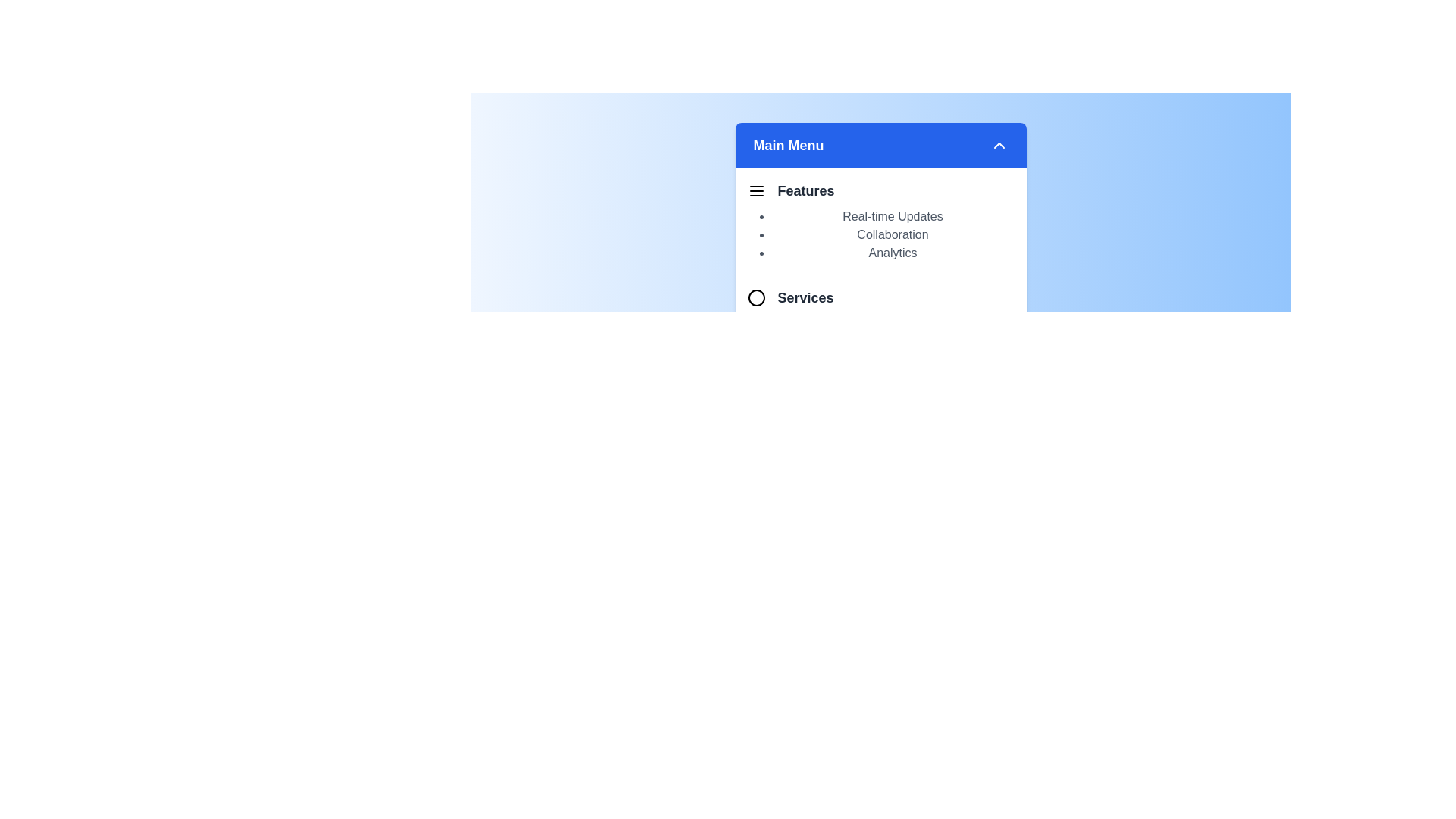  What do you see at coordinates (893, 234) in the screenshot?
I see `the item Collaboration from the list` at bounding box center [893, 234].